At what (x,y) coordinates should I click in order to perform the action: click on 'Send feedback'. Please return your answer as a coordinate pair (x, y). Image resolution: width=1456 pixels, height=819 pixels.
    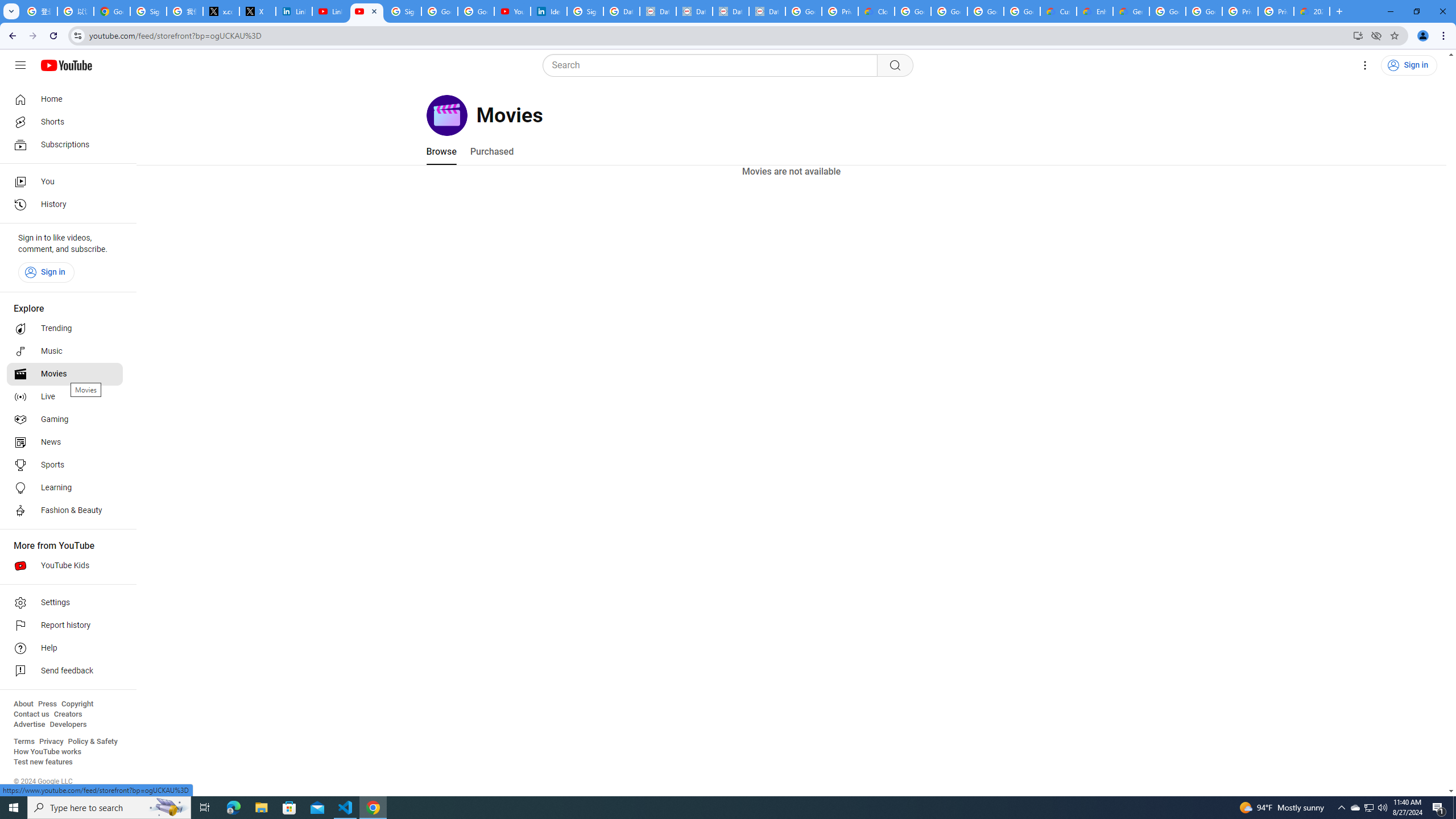
    Looking at the image, I should click on (64, 671).